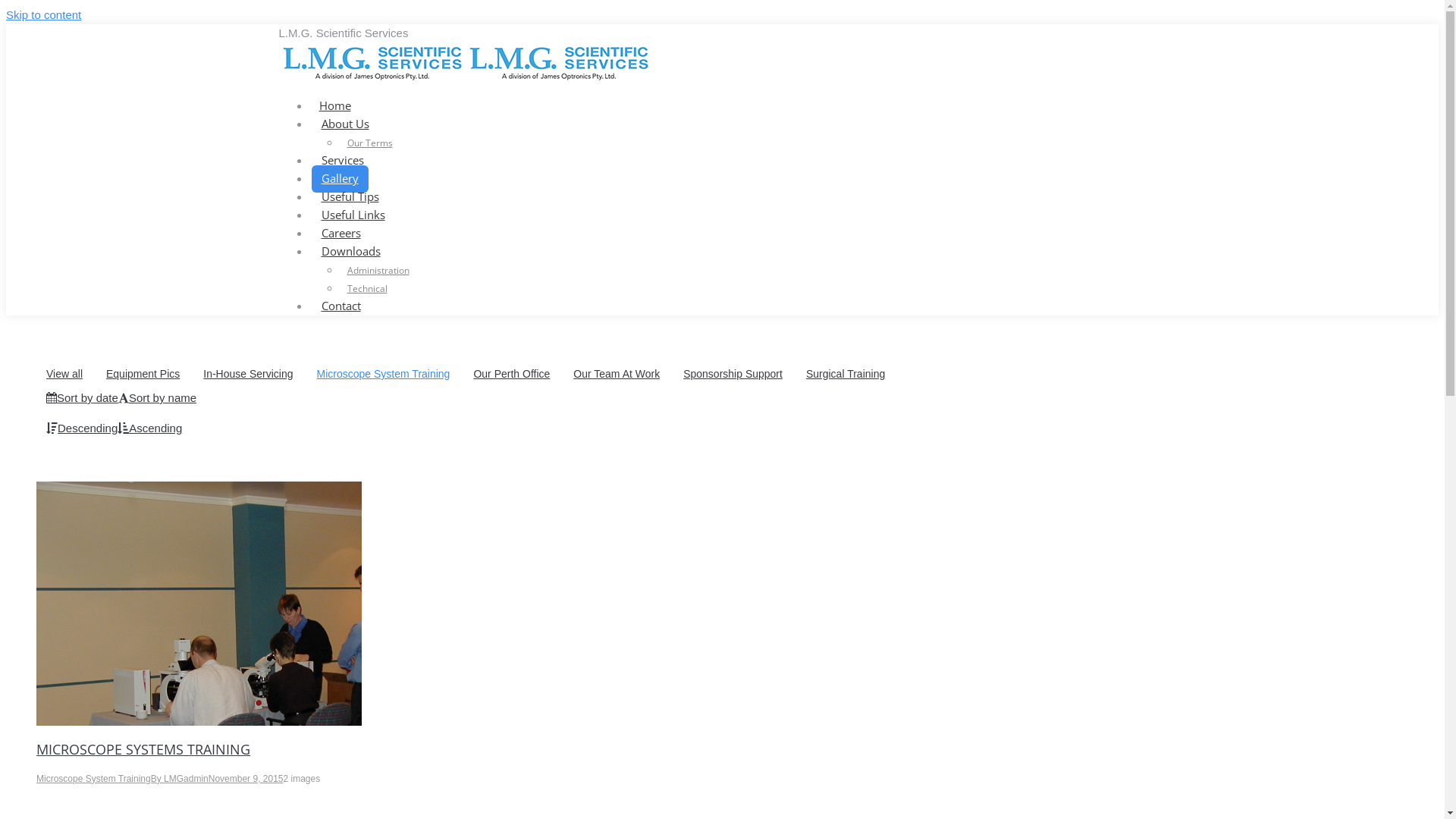 Image resolution: width=1456 pixels, height=819 pixels. Describe the element at coordinates (844, 374) in the screenshot. I see `'Surgical Training'` at that location.